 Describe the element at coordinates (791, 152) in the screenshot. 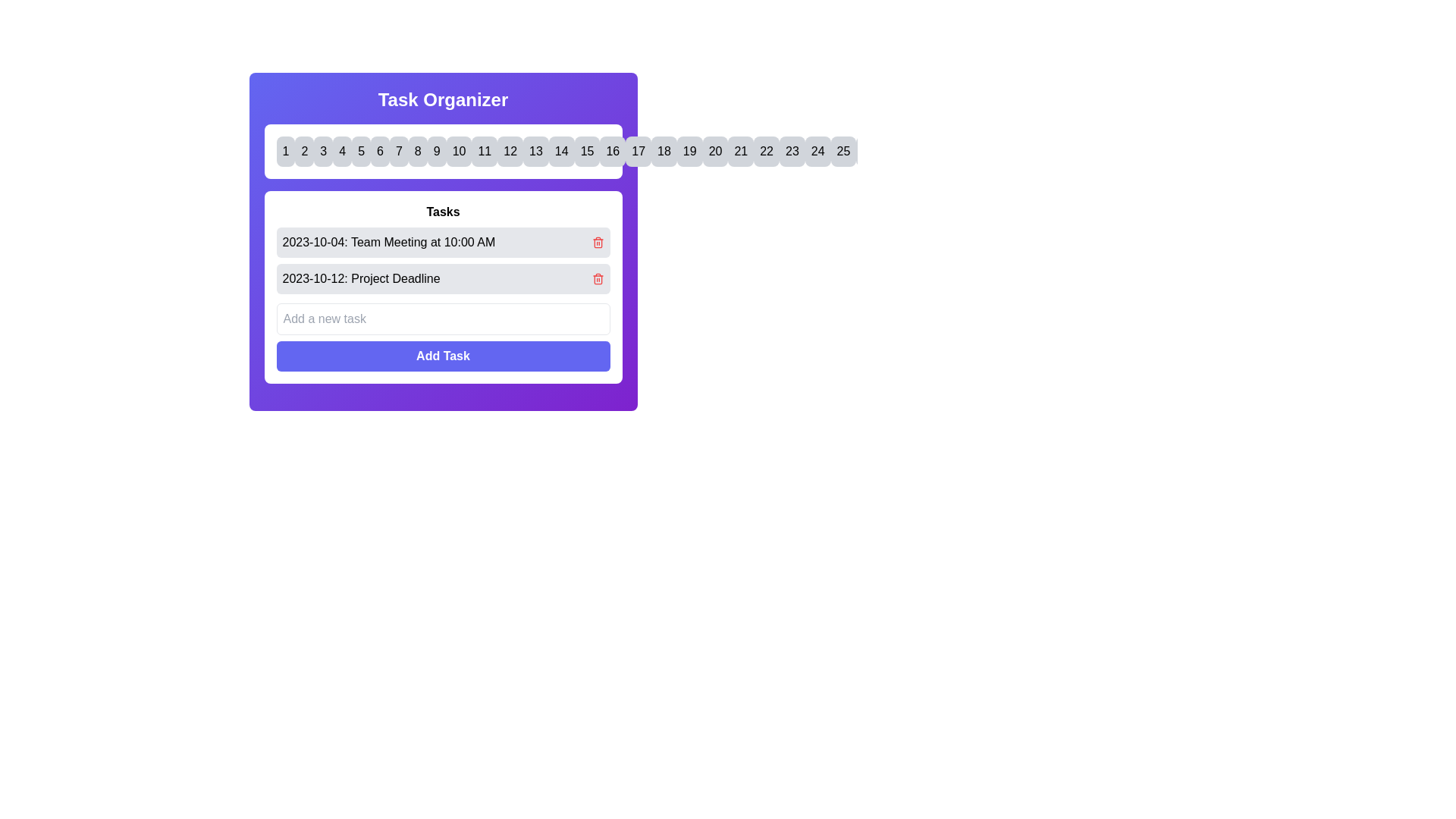

I see `the gray square button with rounded corners containing the number '23'` at that location.